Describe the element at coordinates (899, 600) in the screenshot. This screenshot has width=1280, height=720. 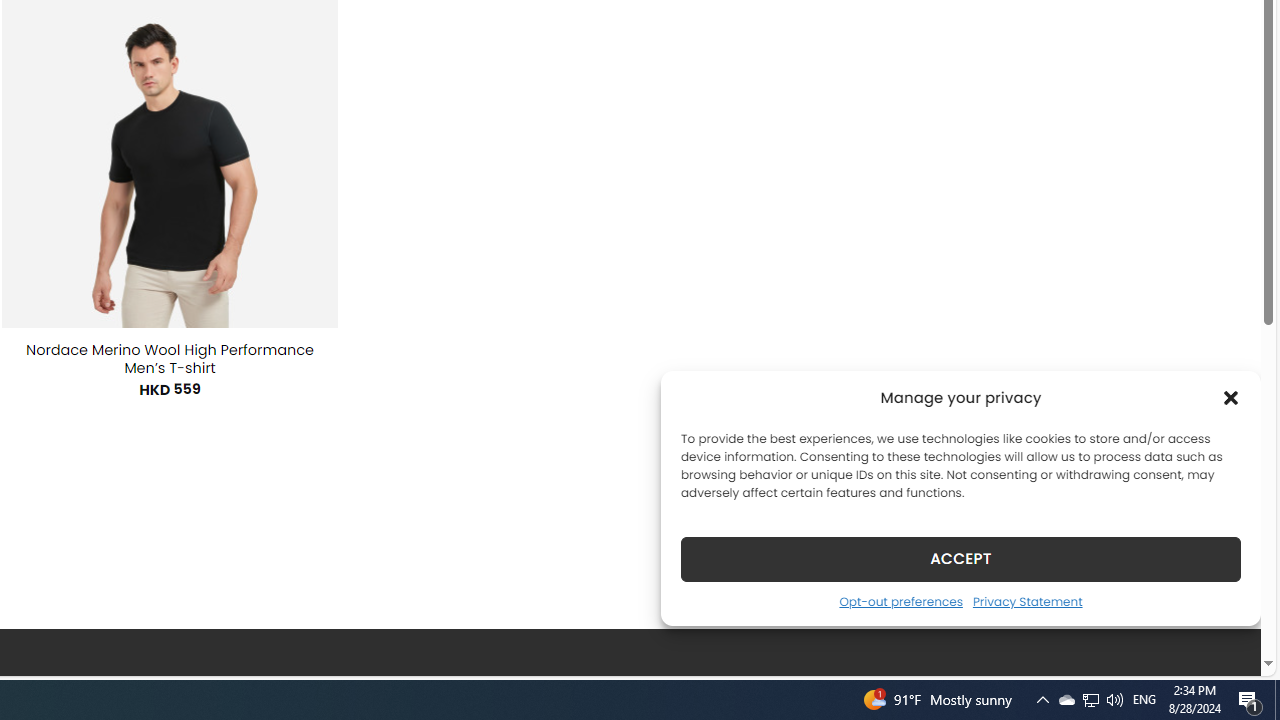
I see `'Opt-out preferences'` at that location.